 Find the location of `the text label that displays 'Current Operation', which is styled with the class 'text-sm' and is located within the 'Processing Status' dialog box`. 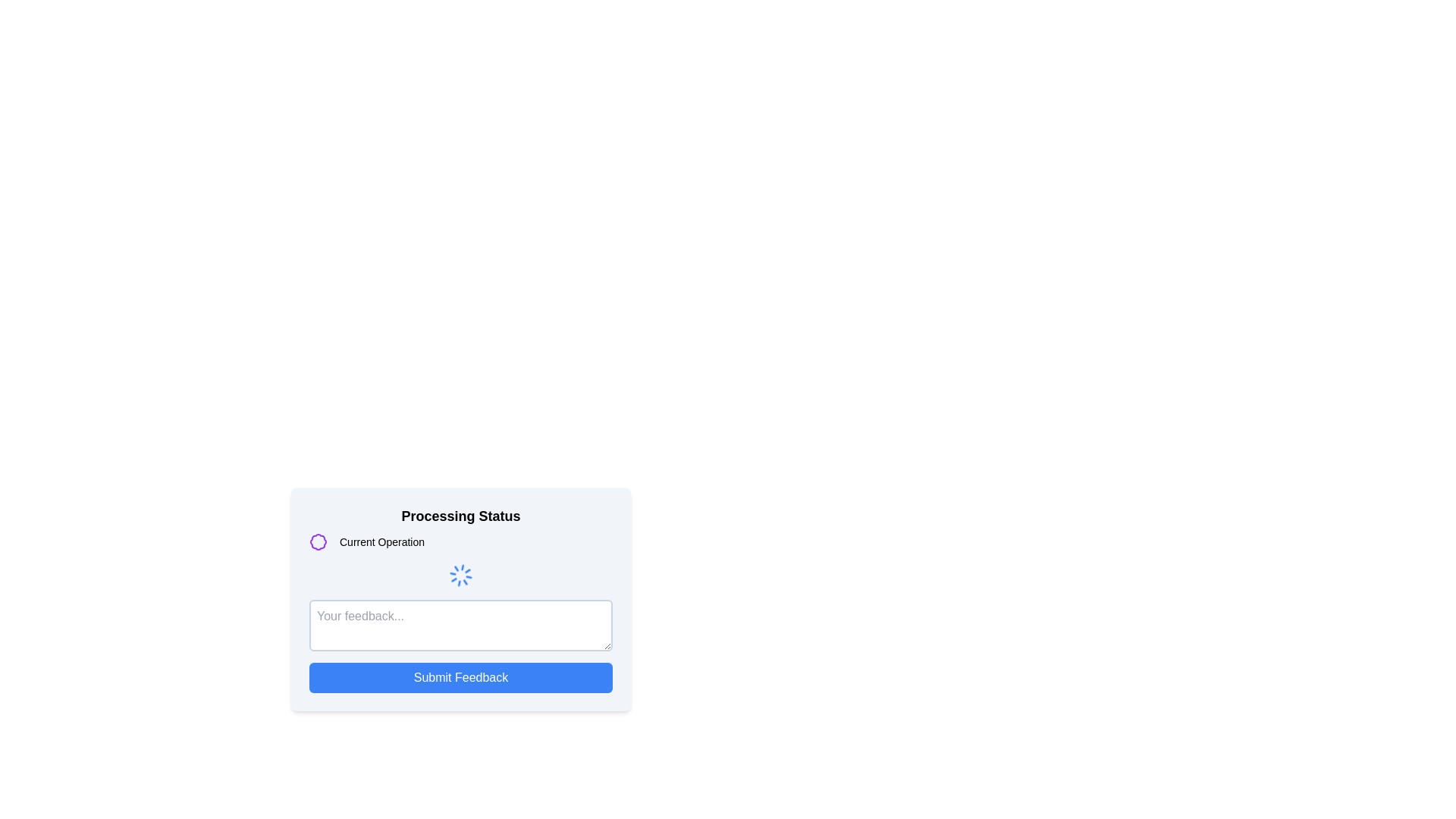

the text label that displays 'Current Operation', which is styled with the class 'text-sm' and is located within the 'Processing Status' dialog box is located at coordinates (382, 541).